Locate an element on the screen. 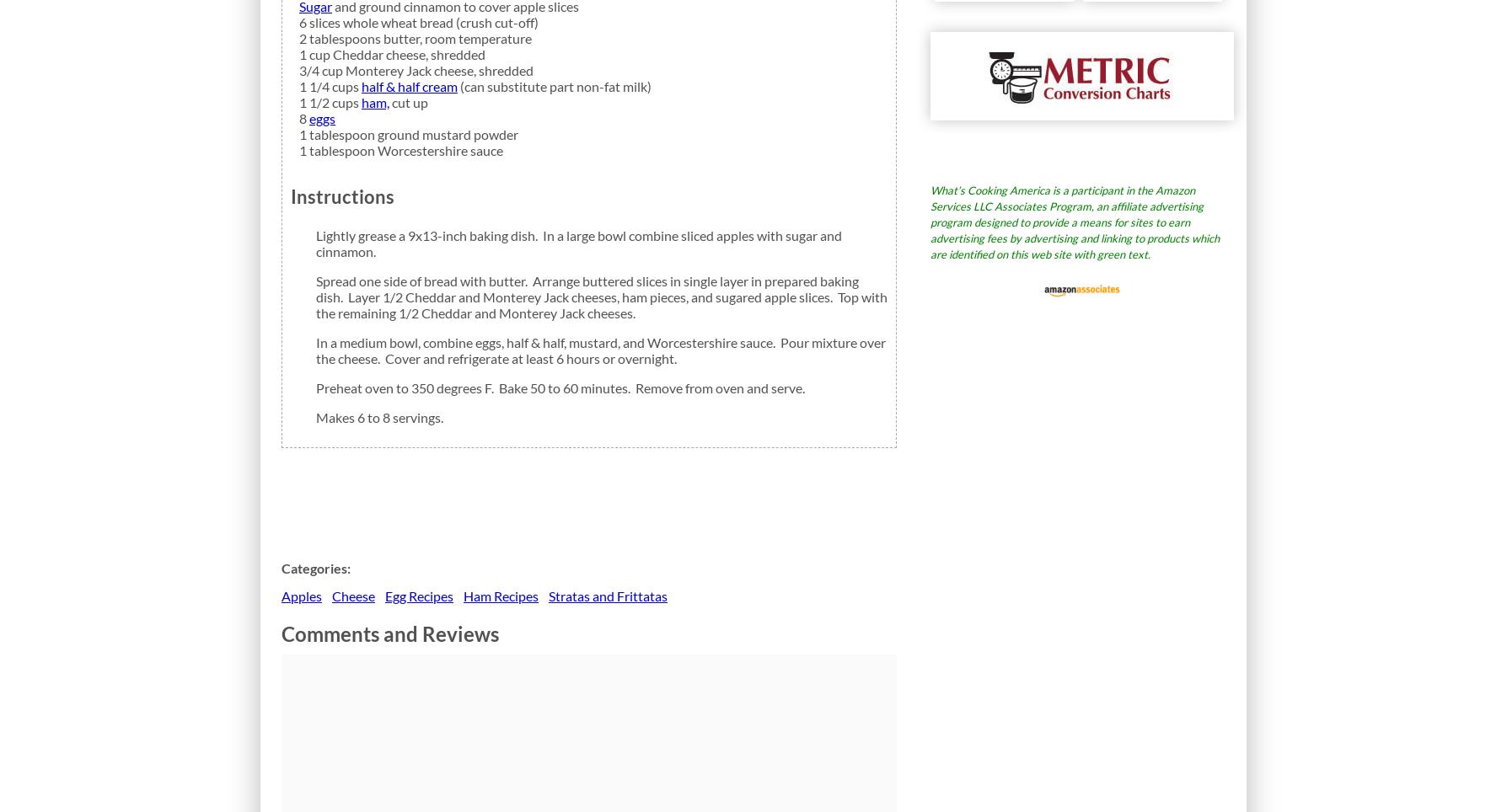 The image size is (1507, 812). 'In a medium bowl, combine eggs, half & half, mustard, and Worcestershire sauce.  Pour mixture over the cheese.  Cover and refrigerate at least 6 hours or overnight.' is located at coordinates (600, 349).